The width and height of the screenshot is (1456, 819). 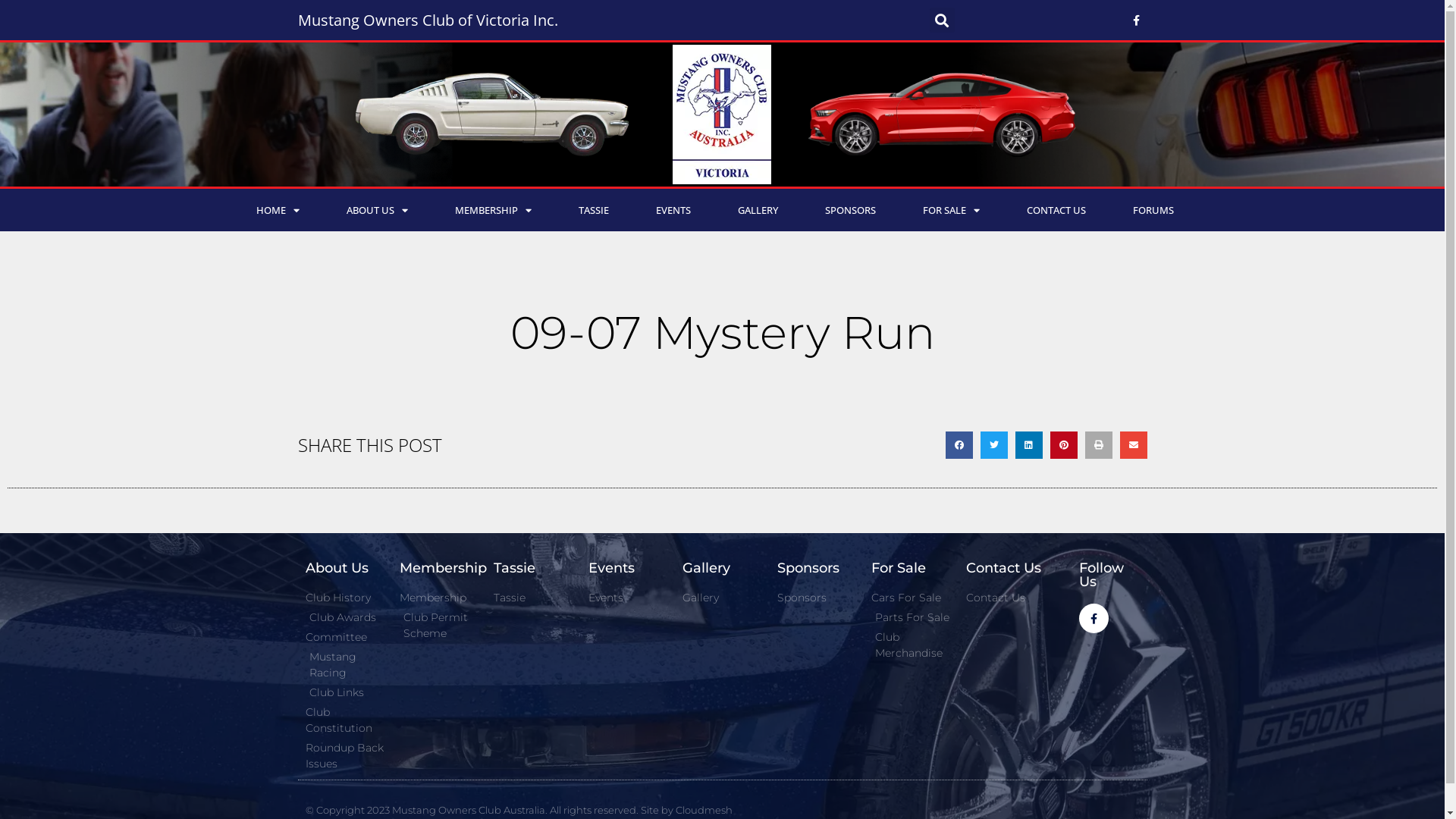 What do you see at coordinates (277, 210) in the screenshot?
I see `'HOME'` at bounding box center [277, 210].